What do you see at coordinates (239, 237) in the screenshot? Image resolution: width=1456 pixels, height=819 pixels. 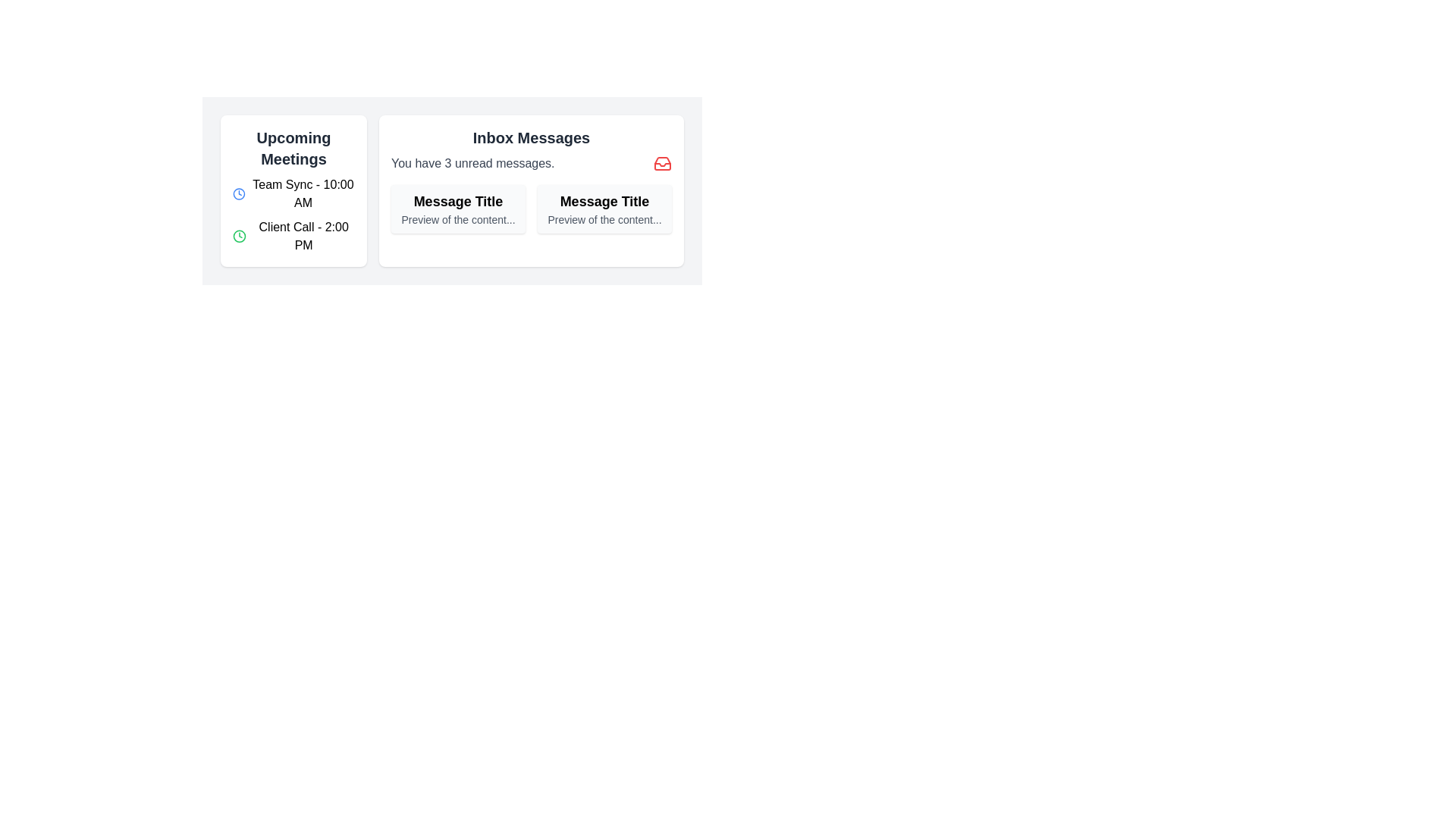 I see `the circular outline of the graphical icon located in the 'Upcoming Meetings' section, positioned near the text listing meeting details like 'Team Sync - 10:00 AM'` at bounding box center [239, 237].